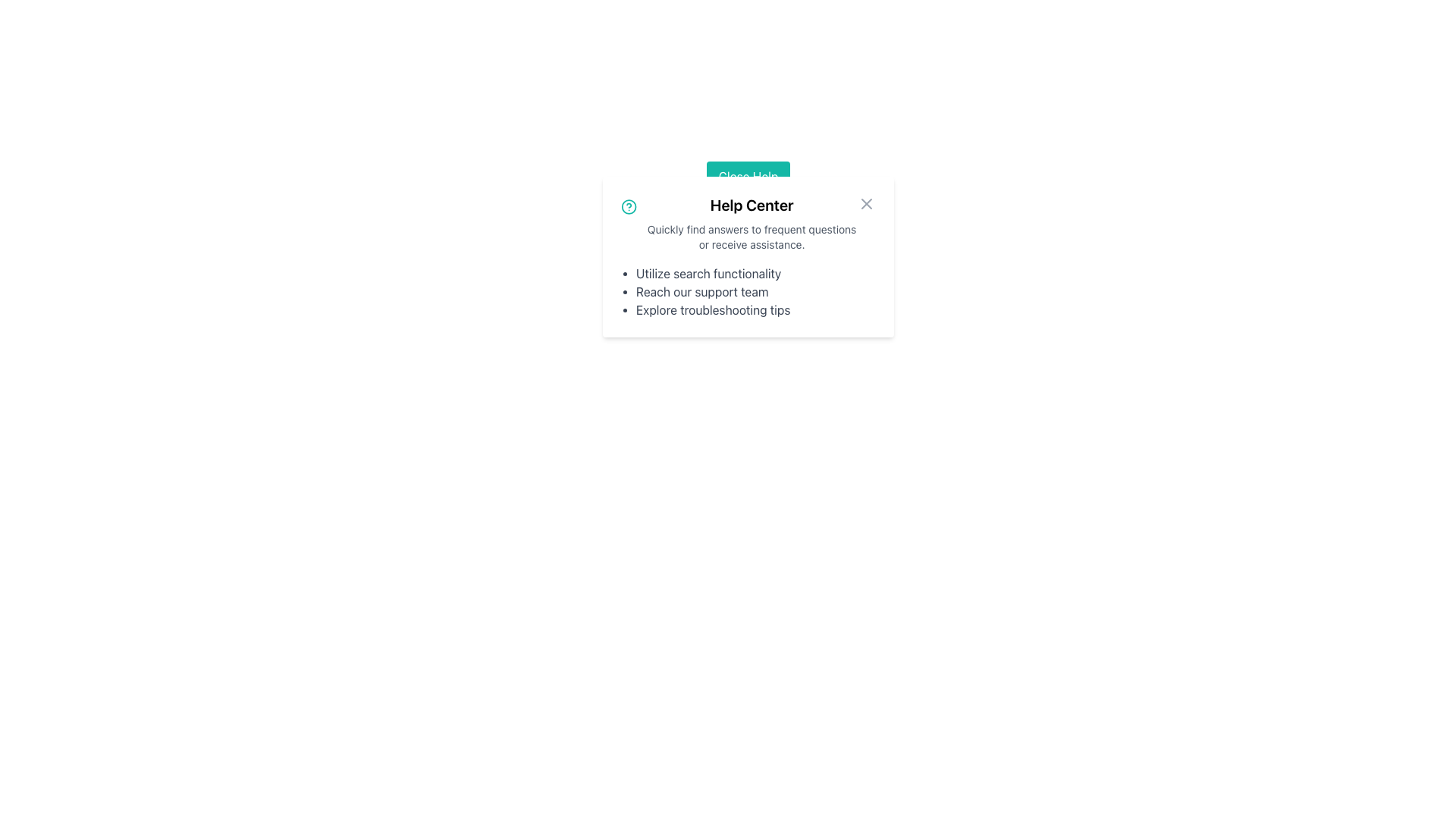 The height and width of the screenshot is (819, 1456). I want to click on the close icon located at the top-right corner of the help center panel, so click(866, 203).